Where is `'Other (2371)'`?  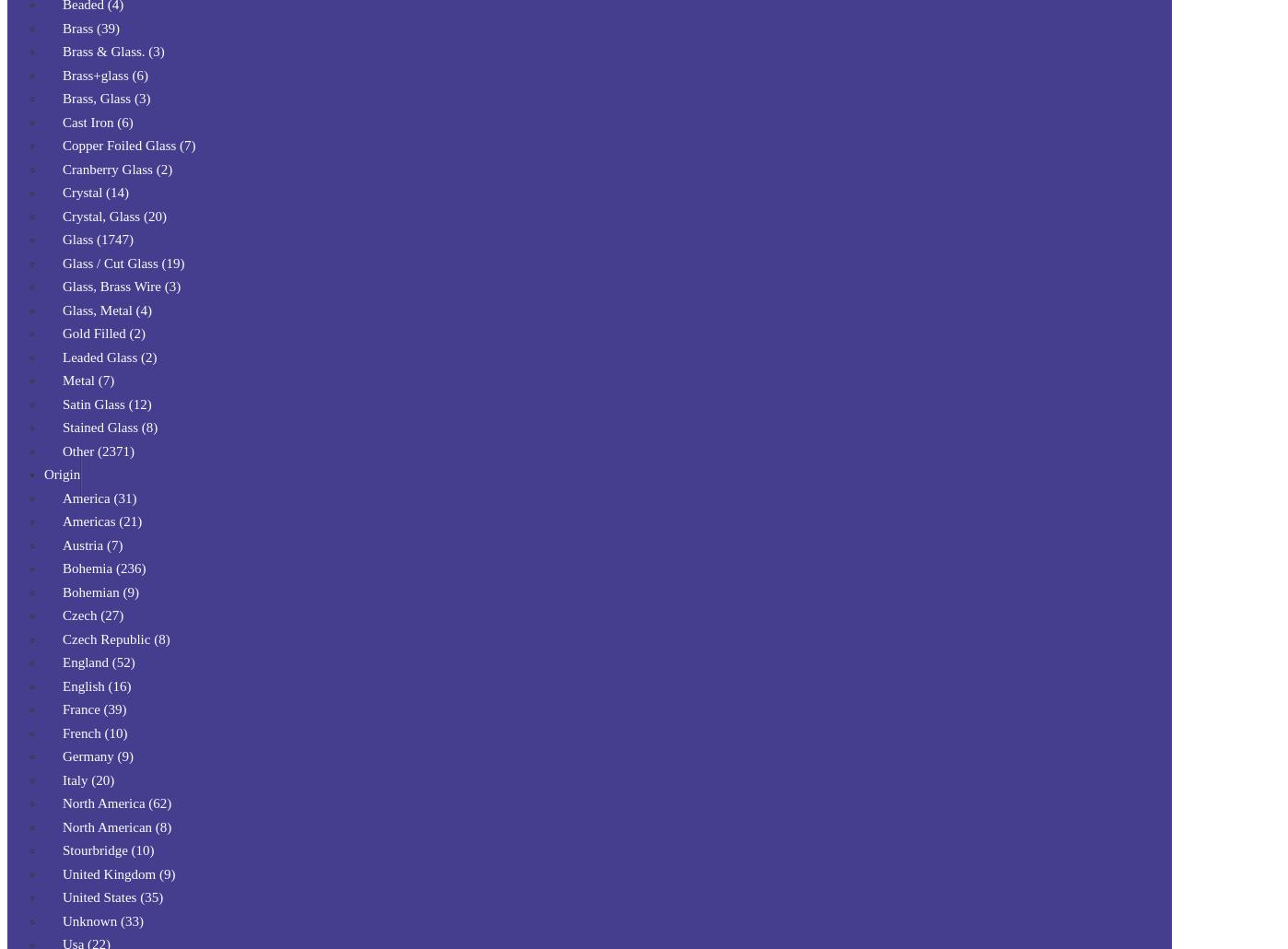 'Other (2371)' is located at coordinates (62, 450).